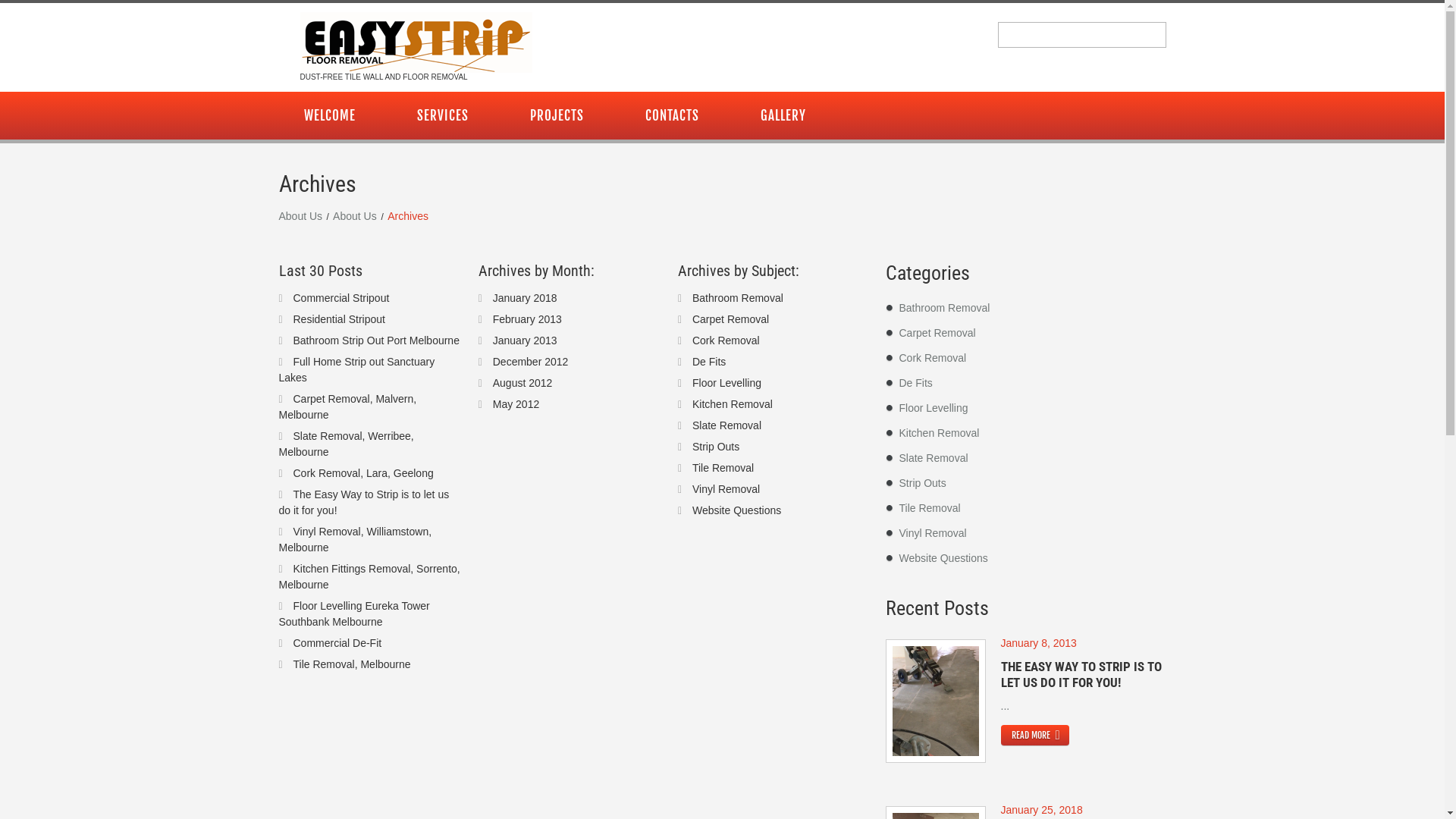 The height and width of the screenshot is (819, 1456). Describe the element at coordinates (783, 115) in the screenshot. I see `'GALLERY'` at that location.